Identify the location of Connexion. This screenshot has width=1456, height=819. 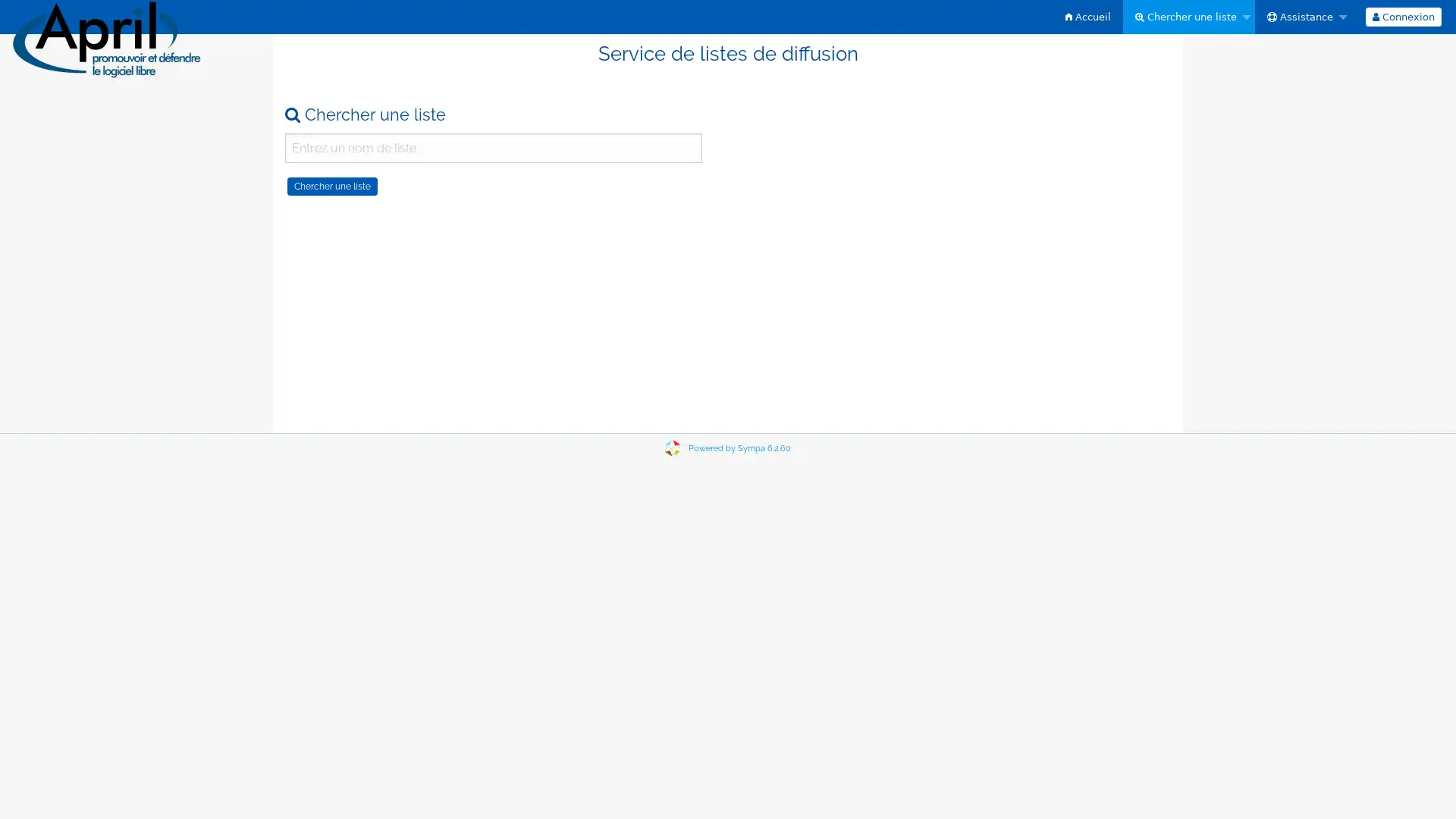
(1401, 17).